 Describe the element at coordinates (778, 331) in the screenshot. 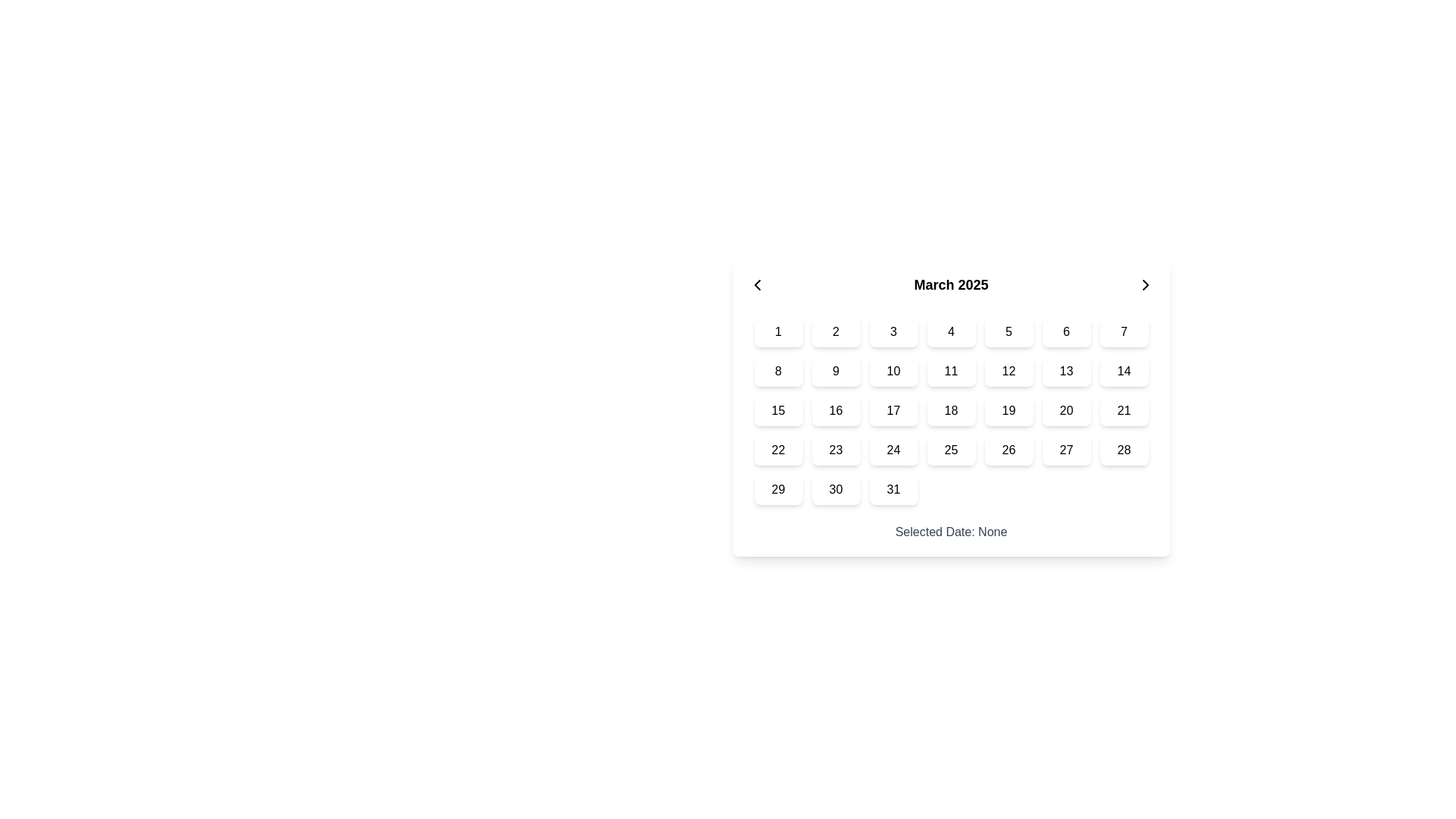

I see `the button representing the first day of the calendar month` at that location.